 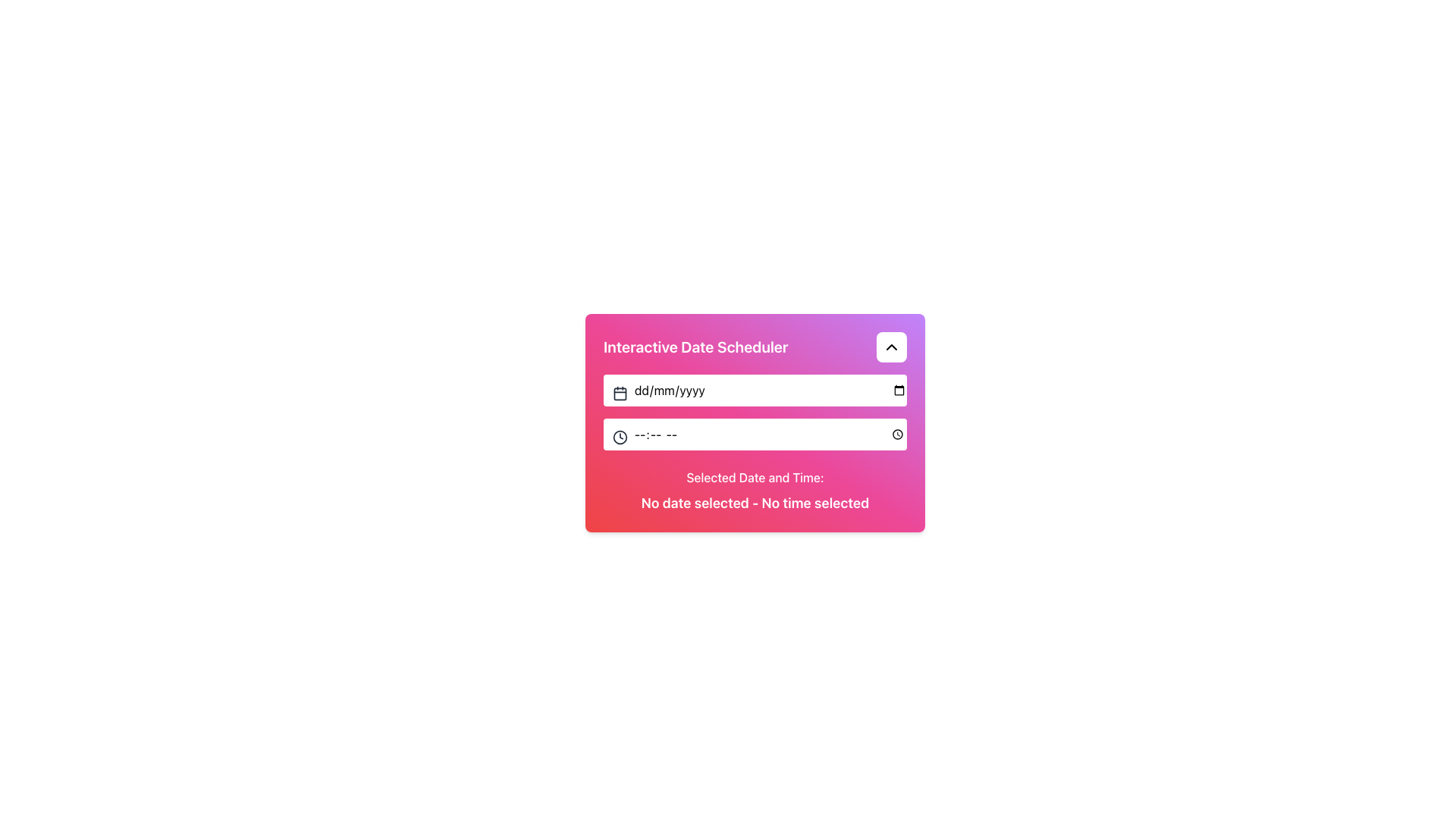 I want to click on the calendar icon, which is a minimalist outline illustration styled in dark gray, located to the left of the date input field labeled 'dd/mm/yyyy', so click(x=620, y=391).